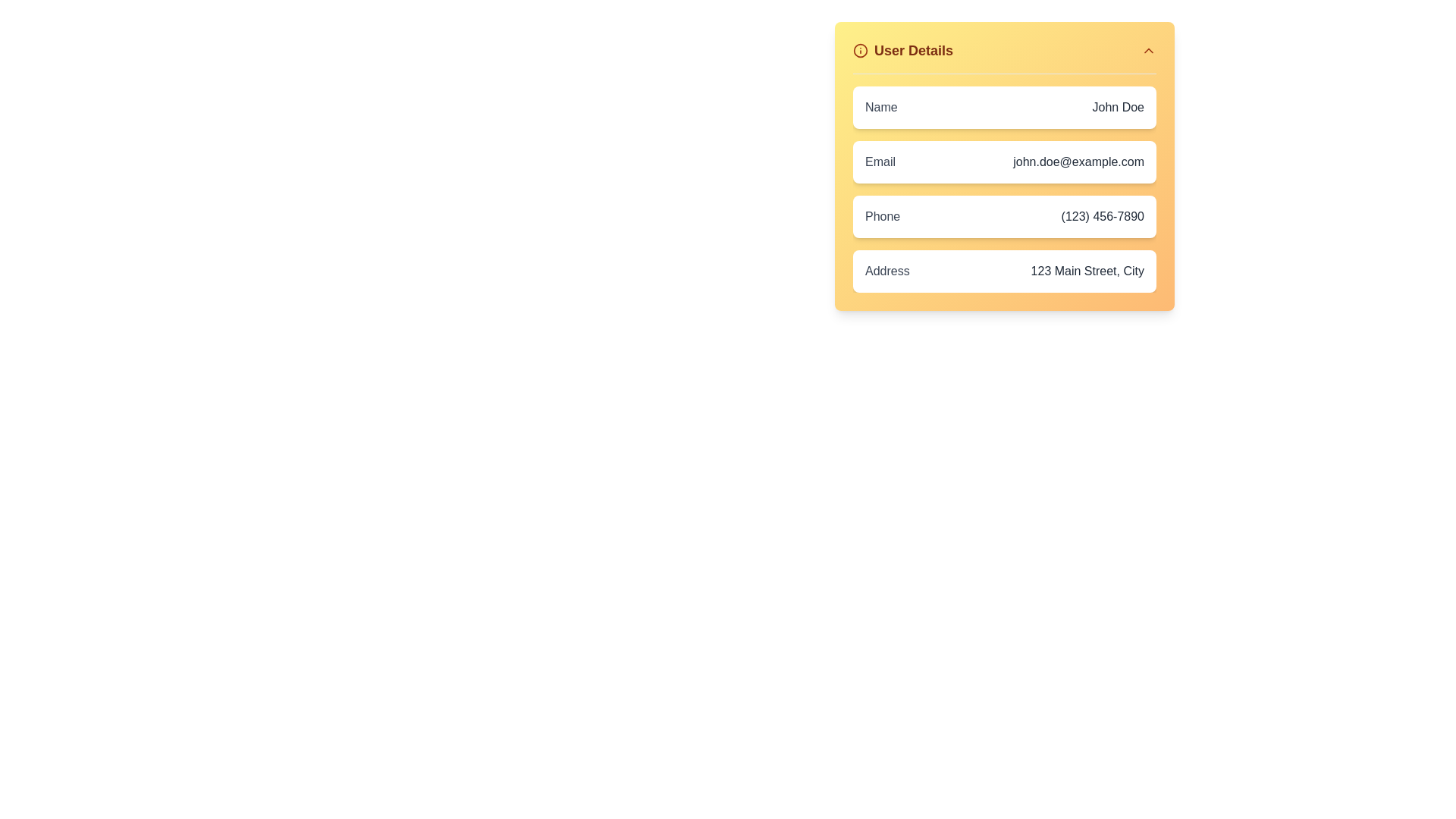  I want to click on phone number displayed in the Information display box, which is the third box in the vertically stacked list, located between the 'Email' entry and 'Address' entry, so click(1004, 216).